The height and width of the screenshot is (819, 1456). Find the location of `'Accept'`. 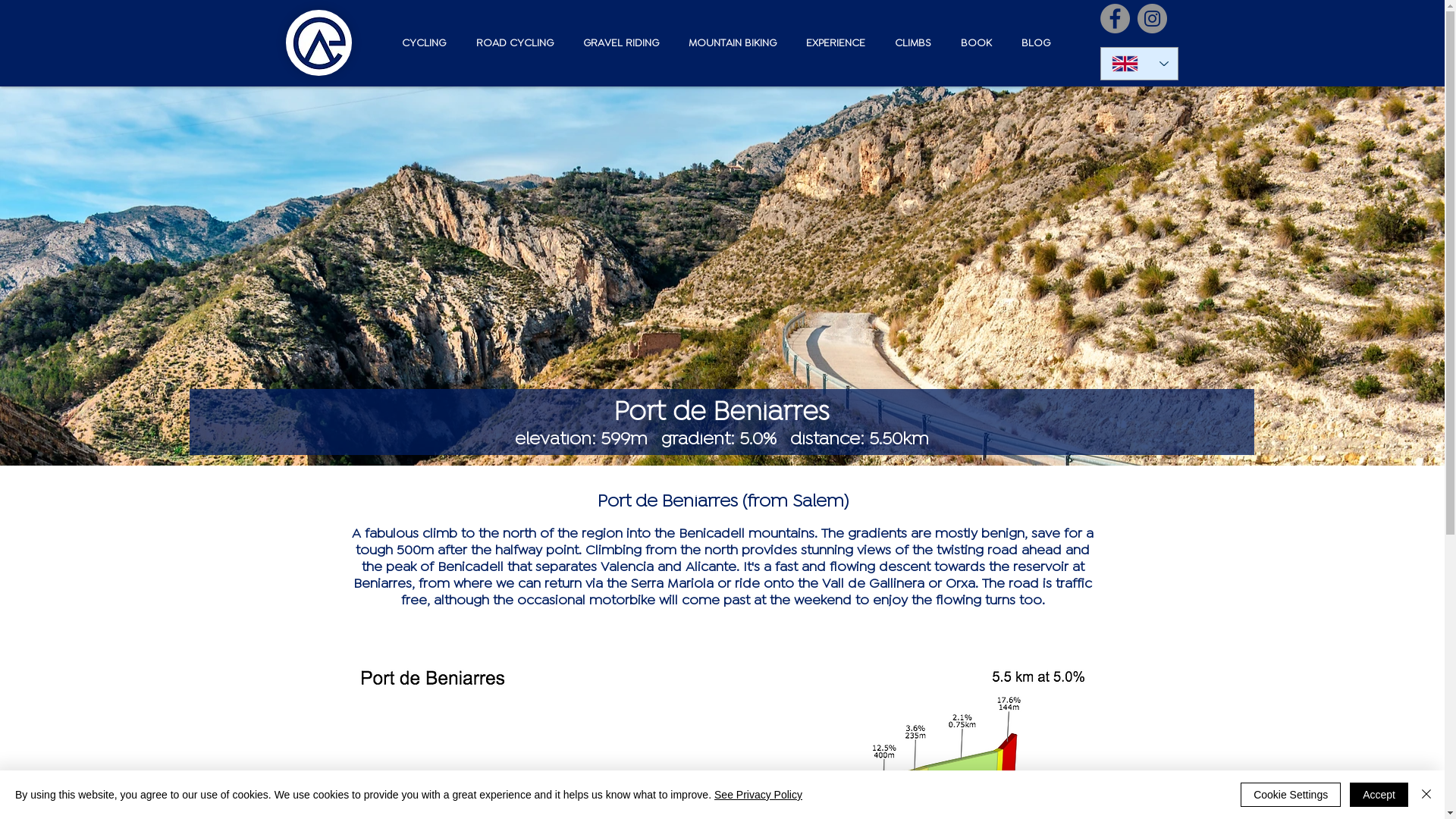

'Accept' is located at coordinates (1379, 794).